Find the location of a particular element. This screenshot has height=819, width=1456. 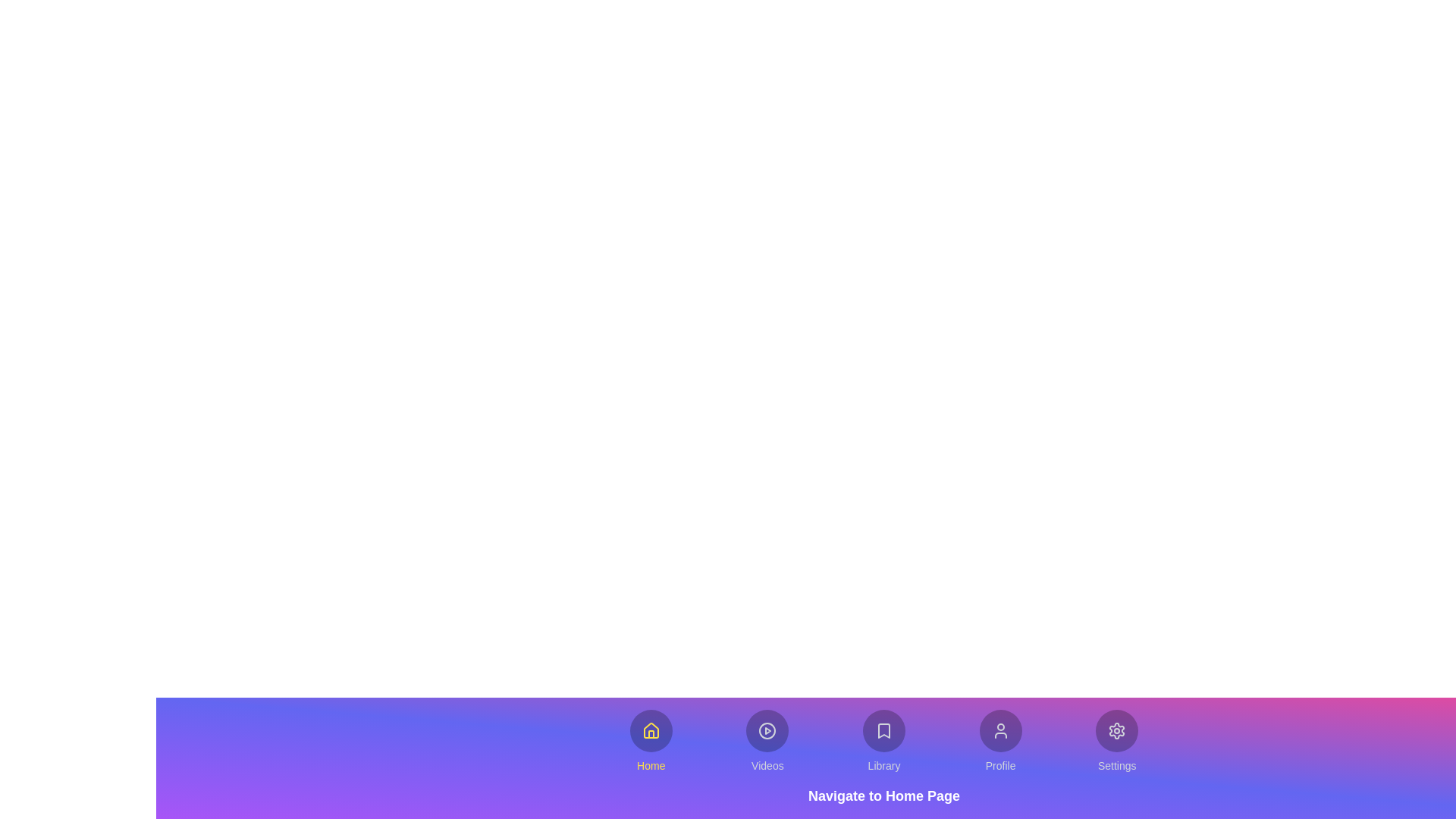

the button labeled Profile to explore its hover effects is located at coordinates (1000, 741).